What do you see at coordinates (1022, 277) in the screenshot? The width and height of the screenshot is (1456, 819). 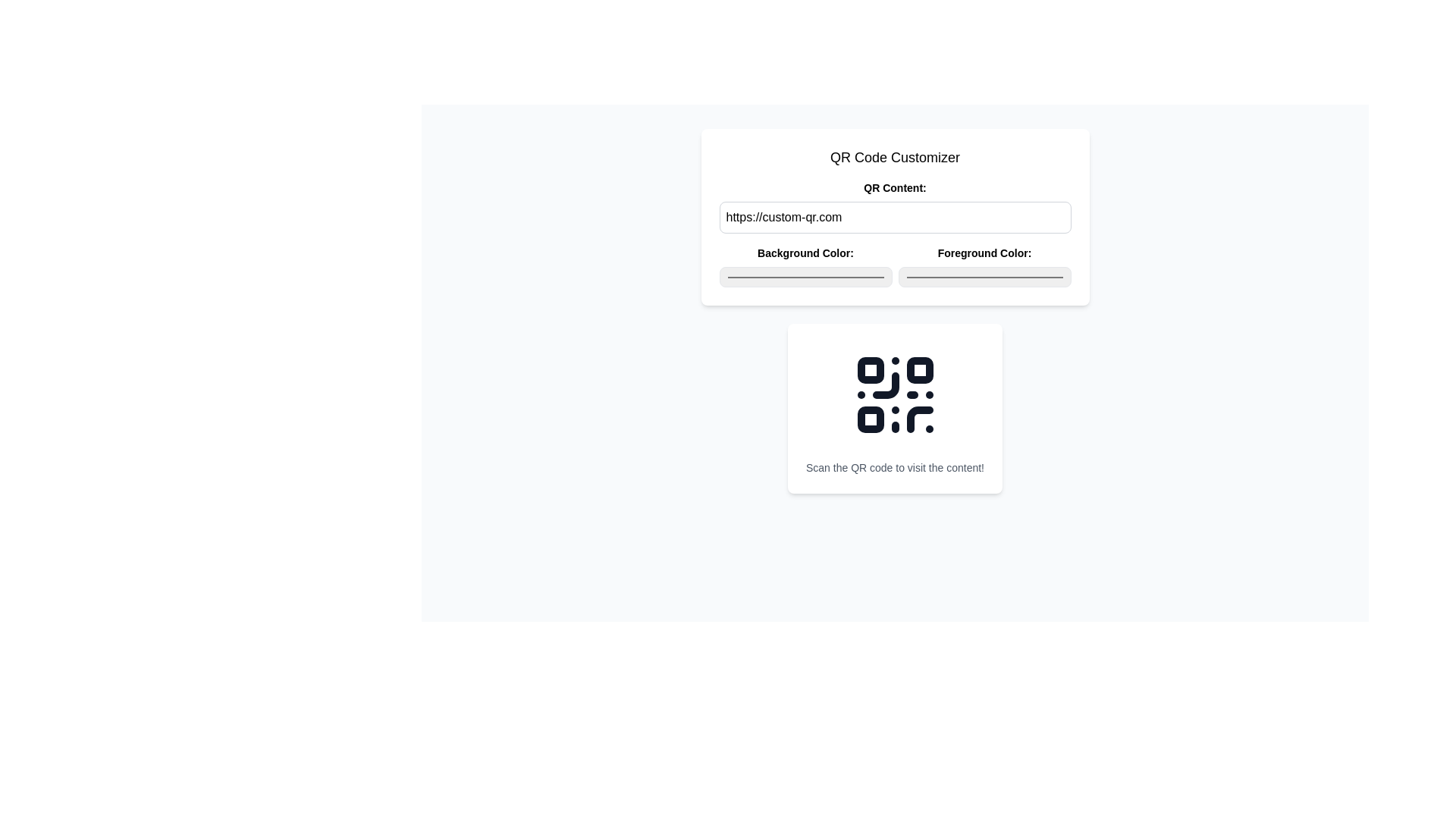 I see `the foreground color value by sliding` at bounding box center [1022, 277].